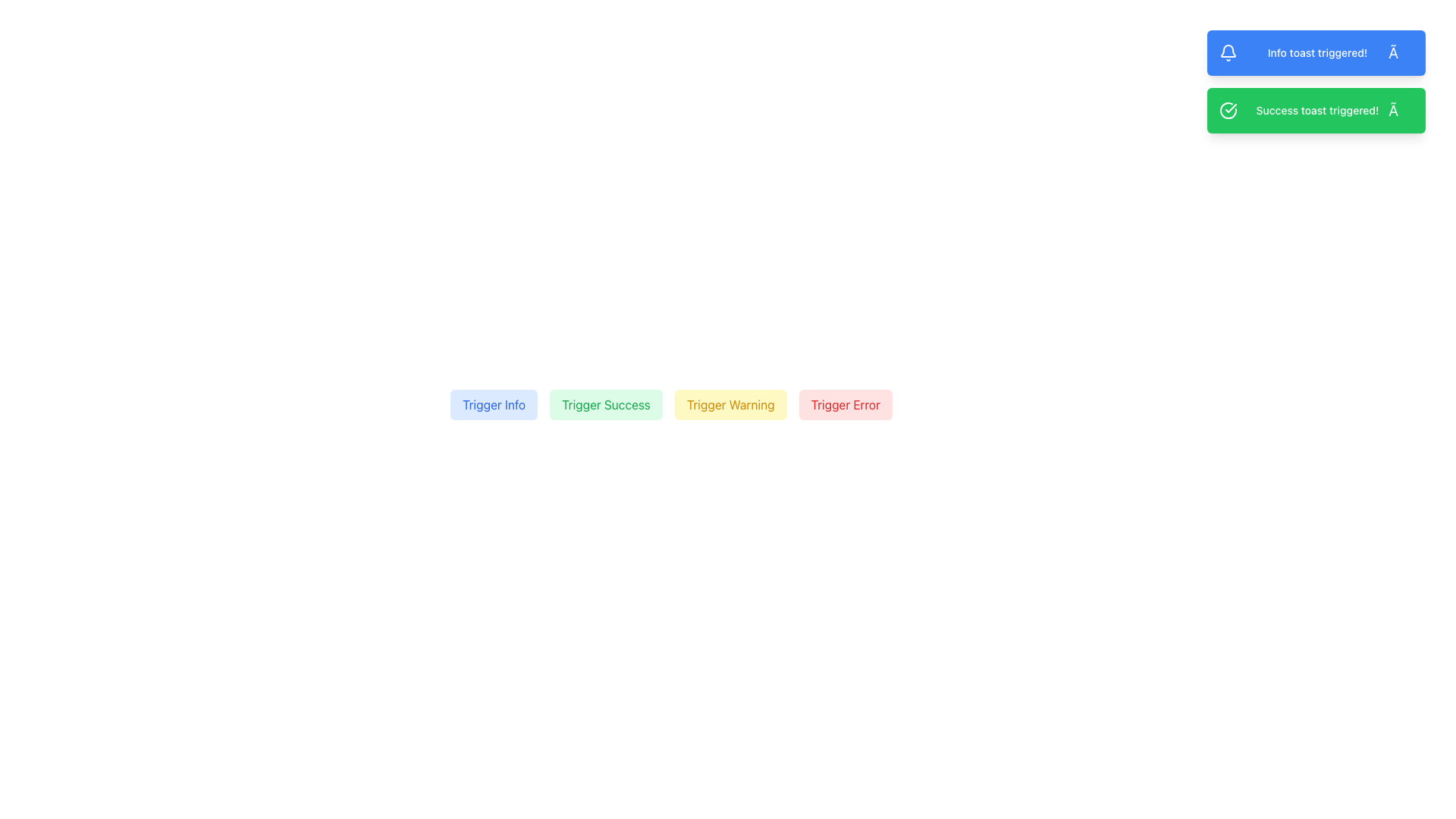 The height and width of the screenshot is (819, 1456). I want to click on the 'Trigger Warning' button, which has yellow text on a light yellow background, so click(730, 403).